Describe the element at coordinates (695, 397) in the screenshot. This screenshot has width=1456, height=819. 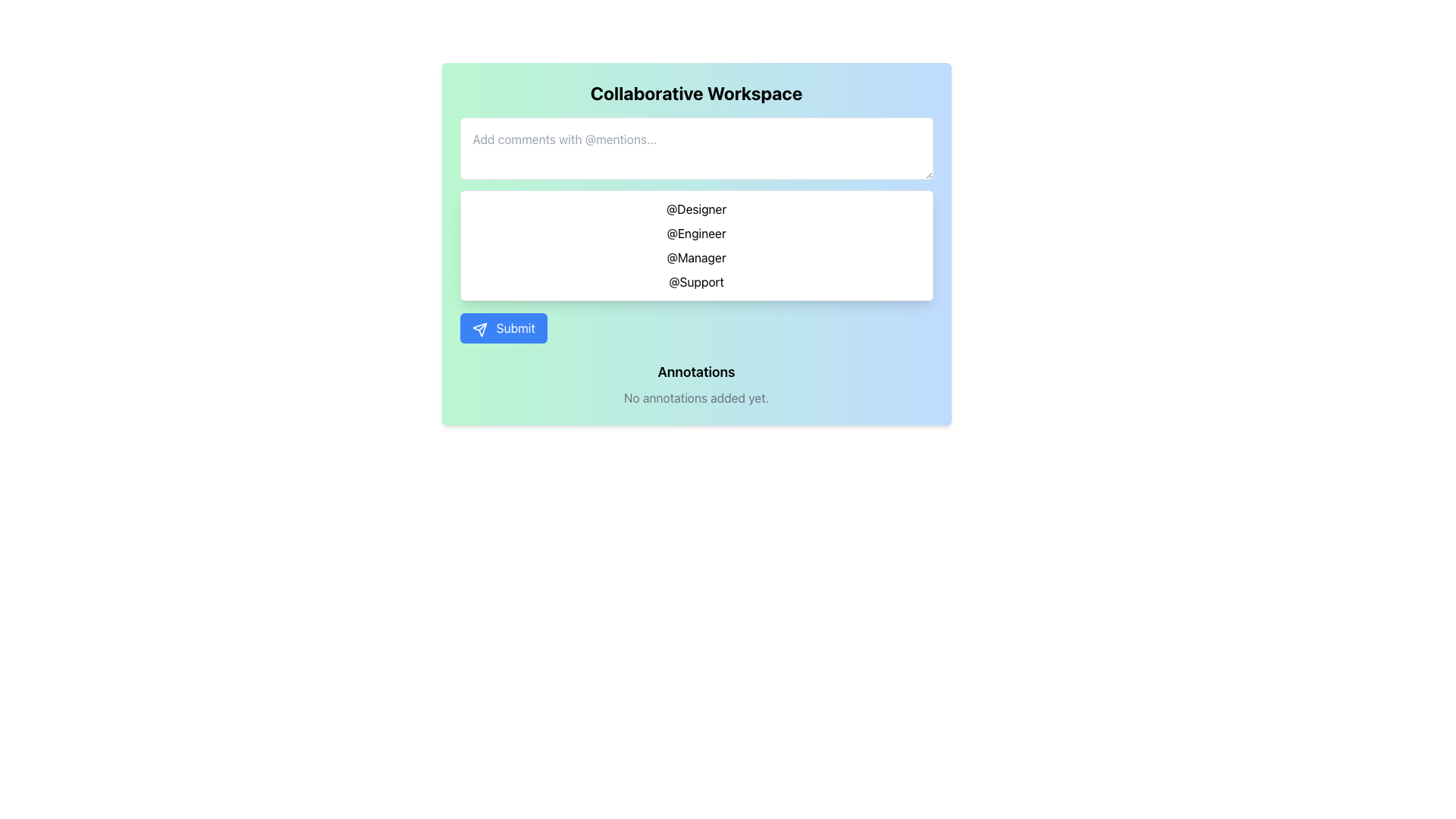
I see `the informational Text Label that indicates no annotations have been made yet, located directly under the 'Annotations' section and centered within the blue content area` at that location.